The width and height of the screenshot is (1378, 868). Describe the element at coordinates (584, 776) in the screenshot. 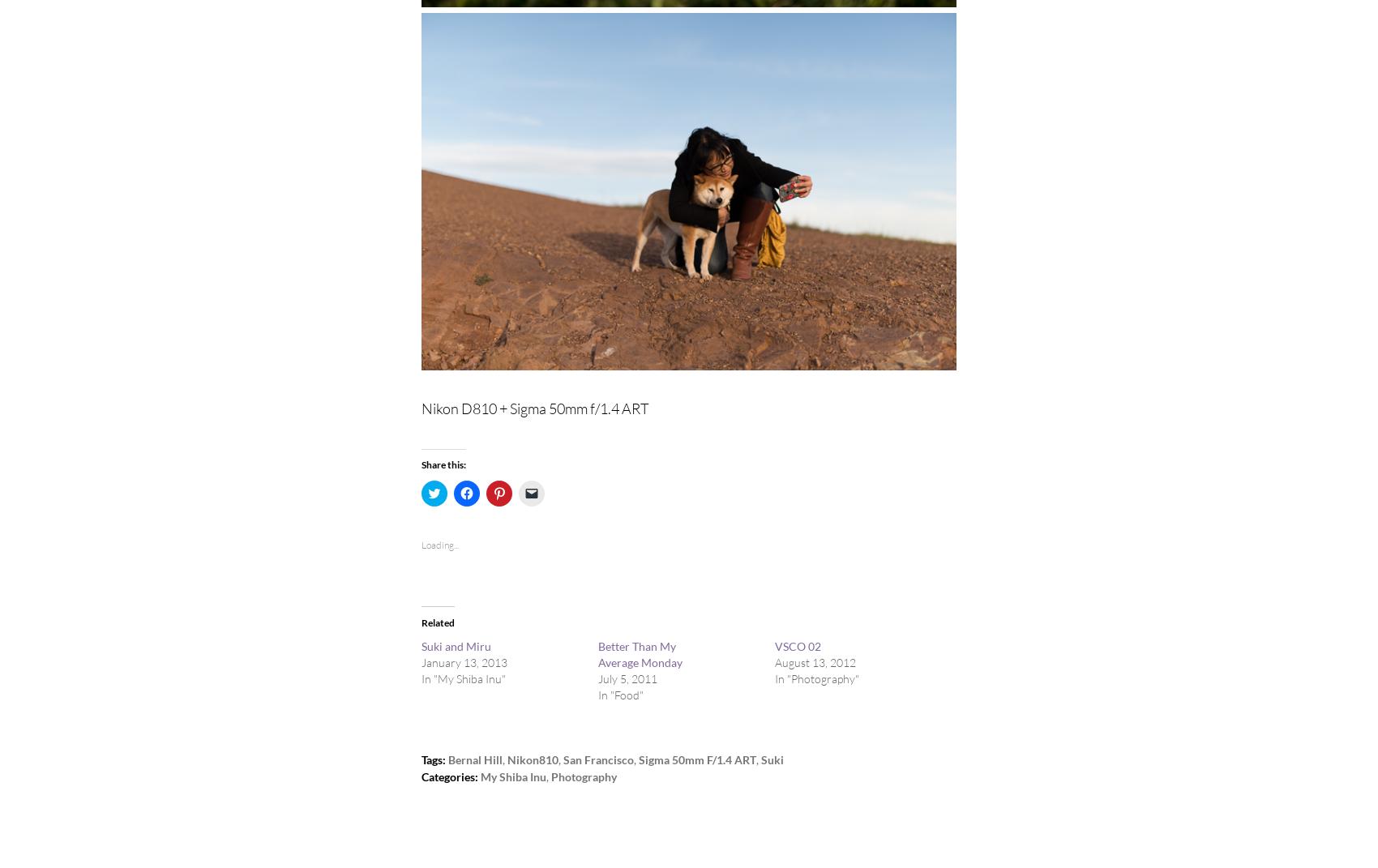

I see `'Photography'` at that location.